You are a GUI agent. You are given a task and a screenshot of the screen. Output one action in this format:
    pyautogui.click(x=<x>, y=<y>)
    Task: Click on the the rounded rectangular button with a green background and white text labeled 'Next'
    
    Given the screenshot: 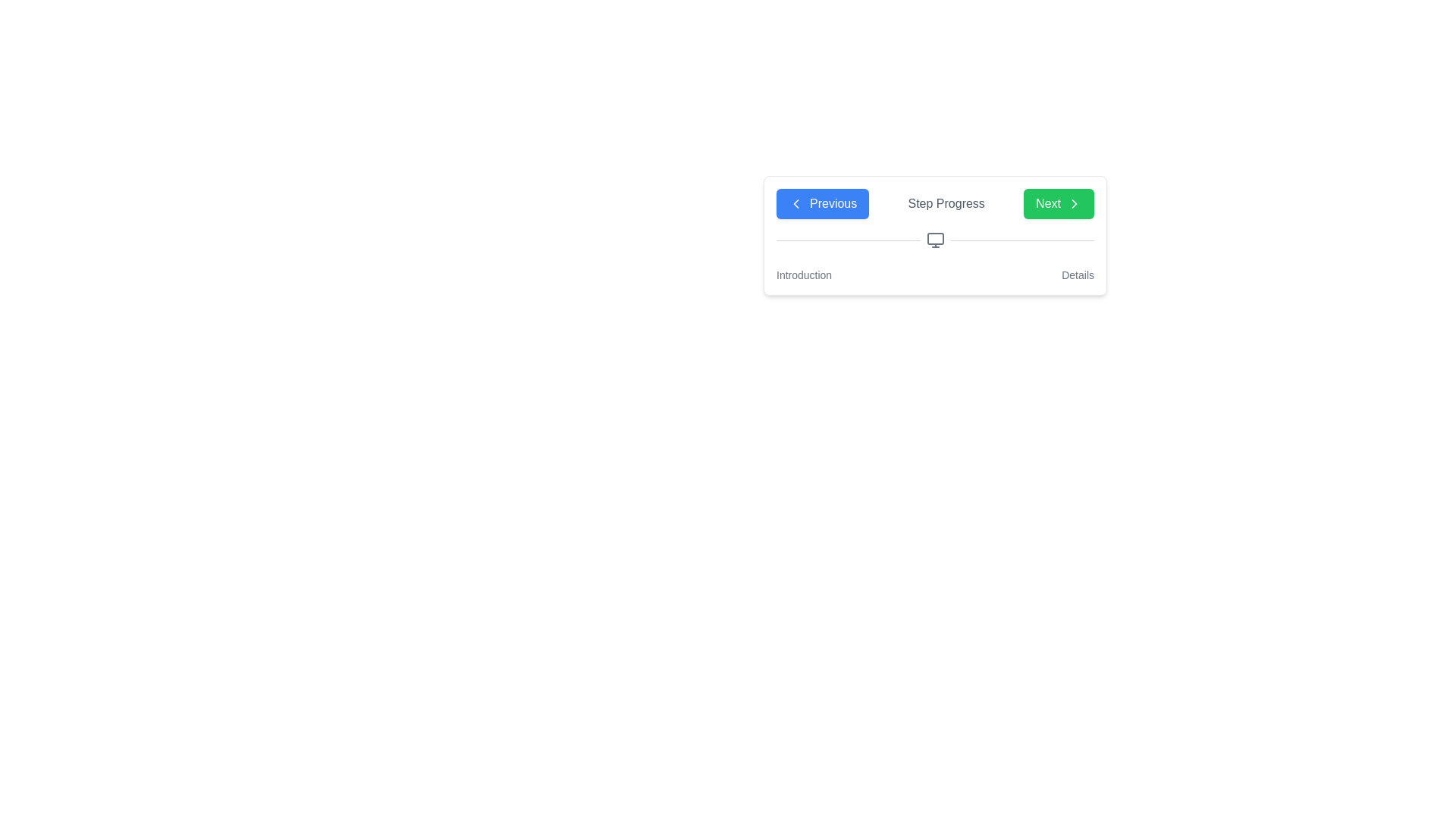 What is the action you would take?
    pyautogui.click(x=1058, y=203)
    